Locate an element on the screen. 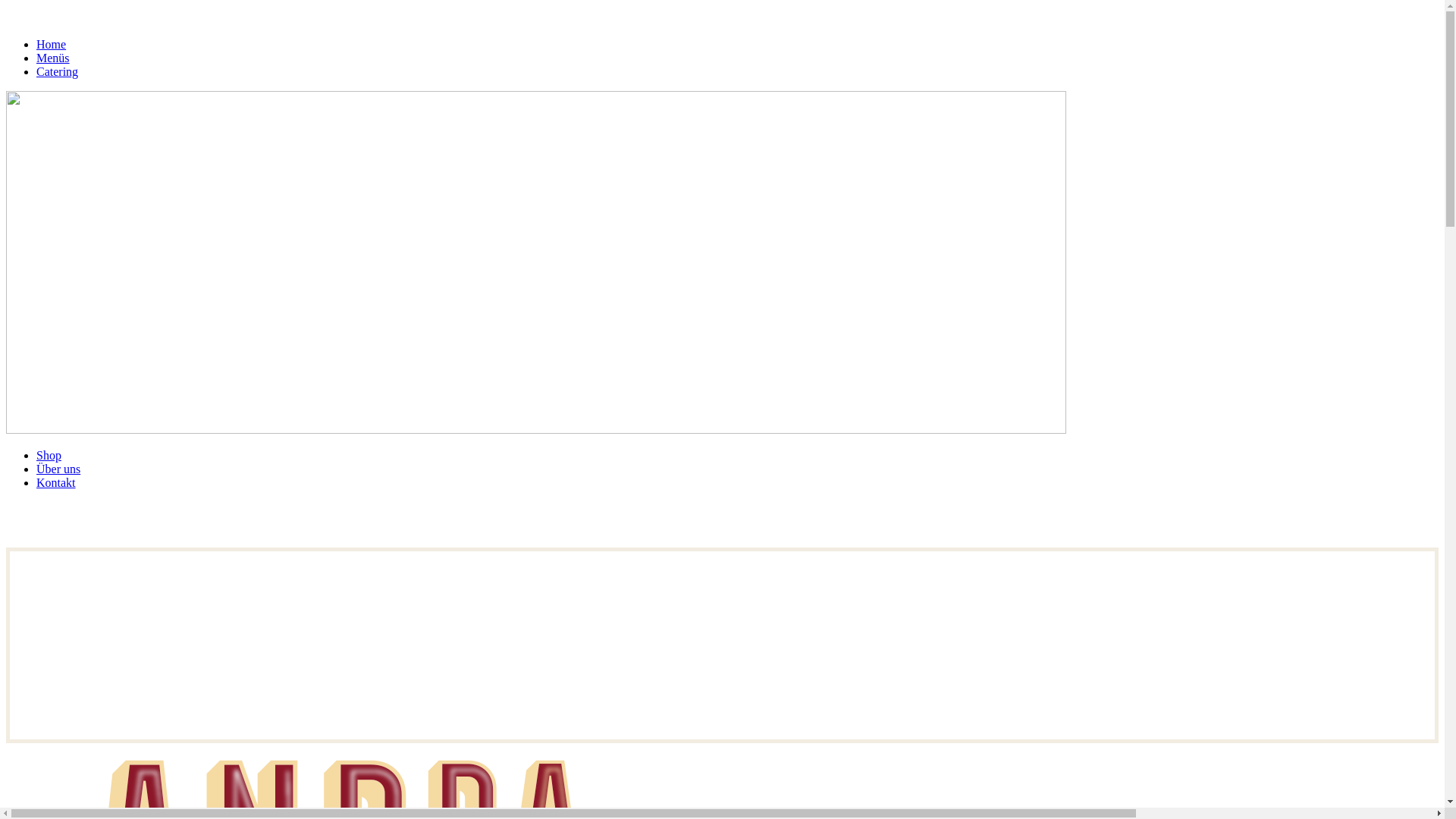  'Catering' is located at coordinates (36, 71).